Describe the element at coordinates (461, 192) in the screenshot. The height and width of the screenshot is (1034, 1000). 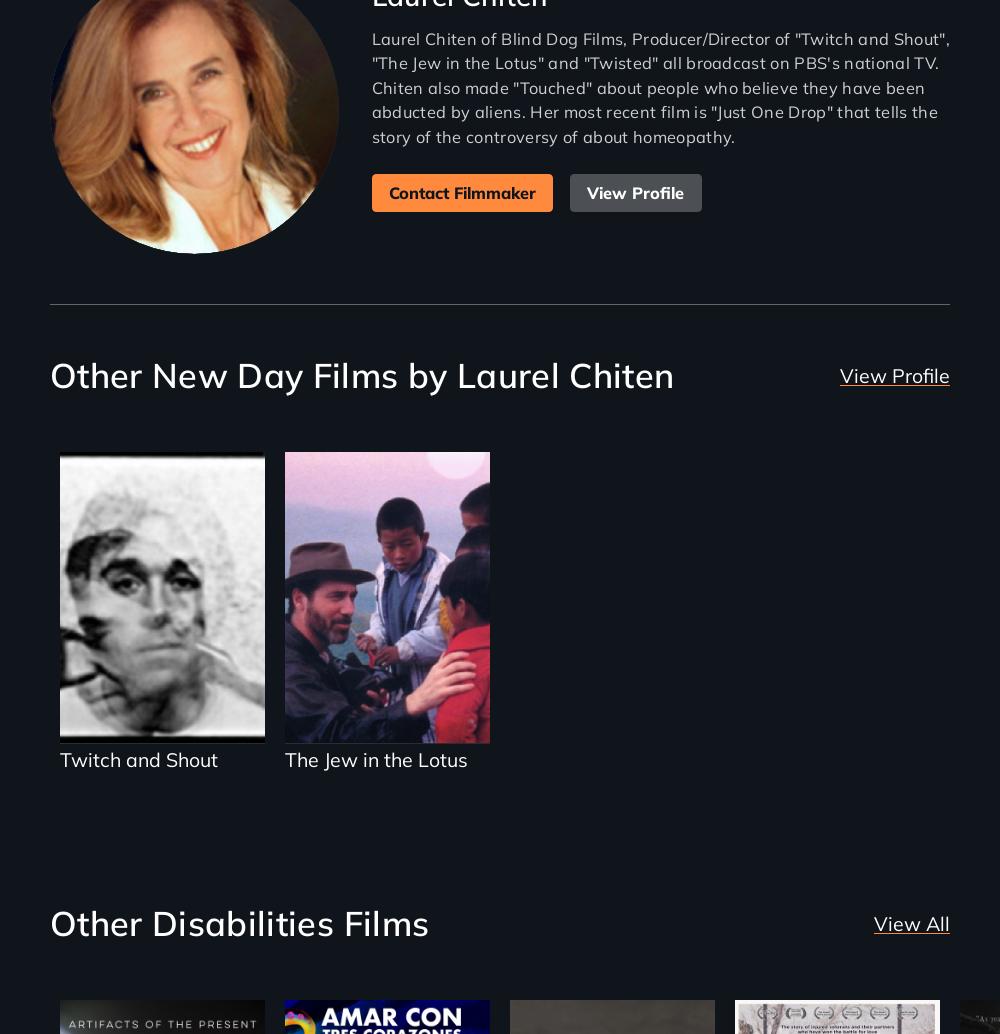
I see `'Contact Filmmaker'` at that location.